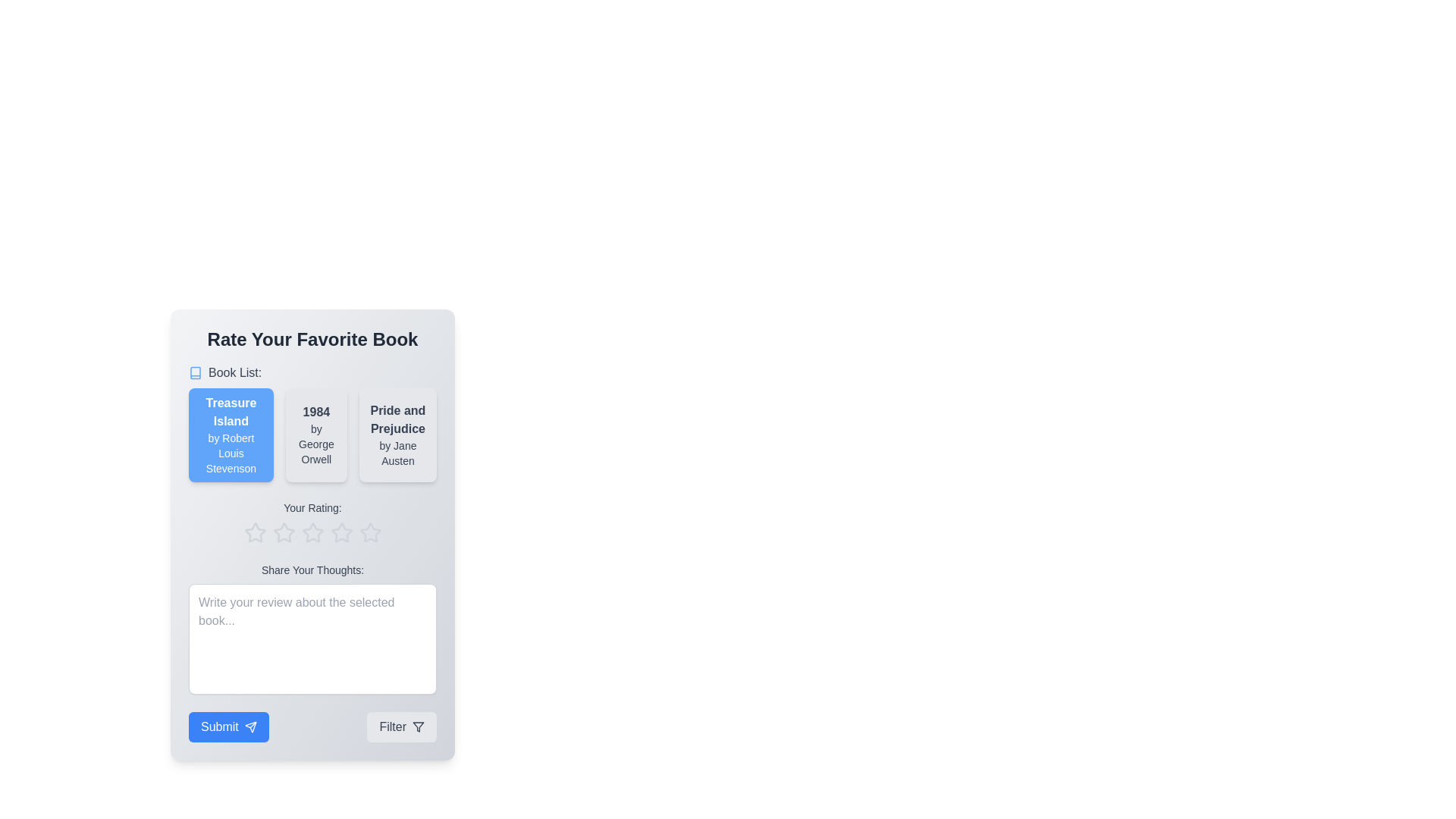 Image resolution: width=1456 pixels, height=819 pixels. Describe the element at coordinates (340, 532) in the screenshot. I see `the fourth star icon in the 5-star rating system` at that location.